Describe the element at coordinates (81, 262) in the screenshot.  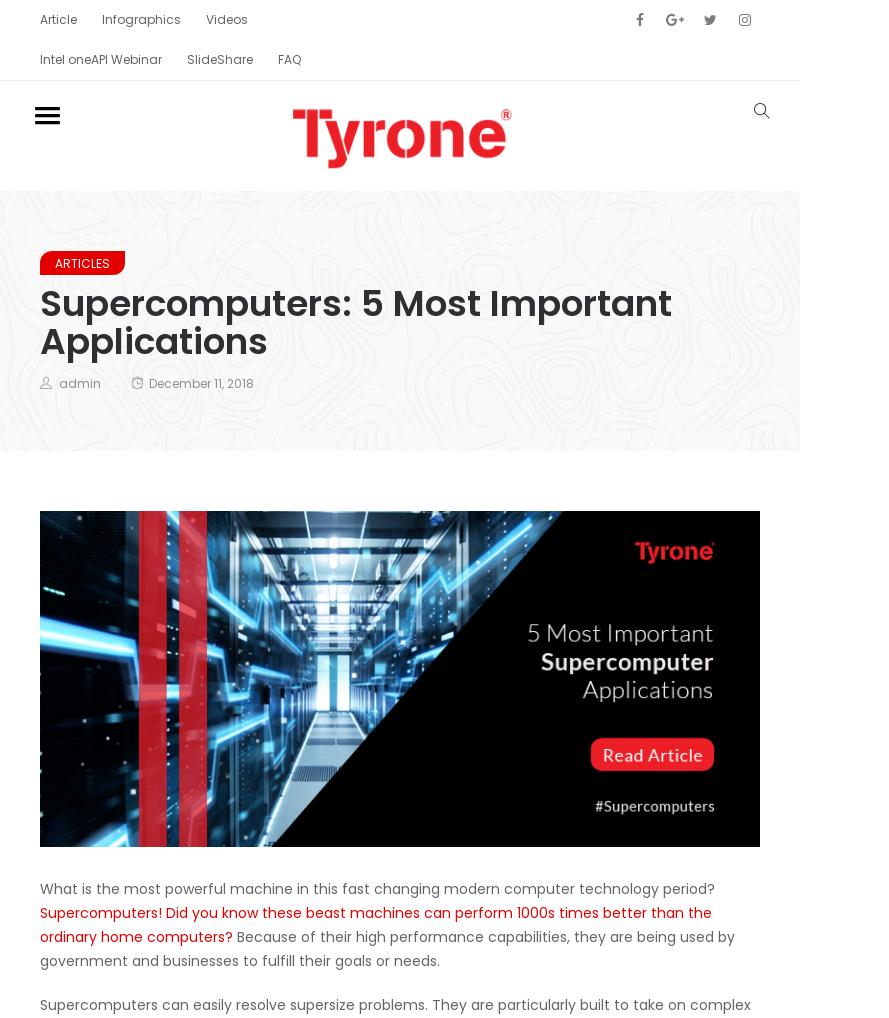
I see `'articles'` at that location.